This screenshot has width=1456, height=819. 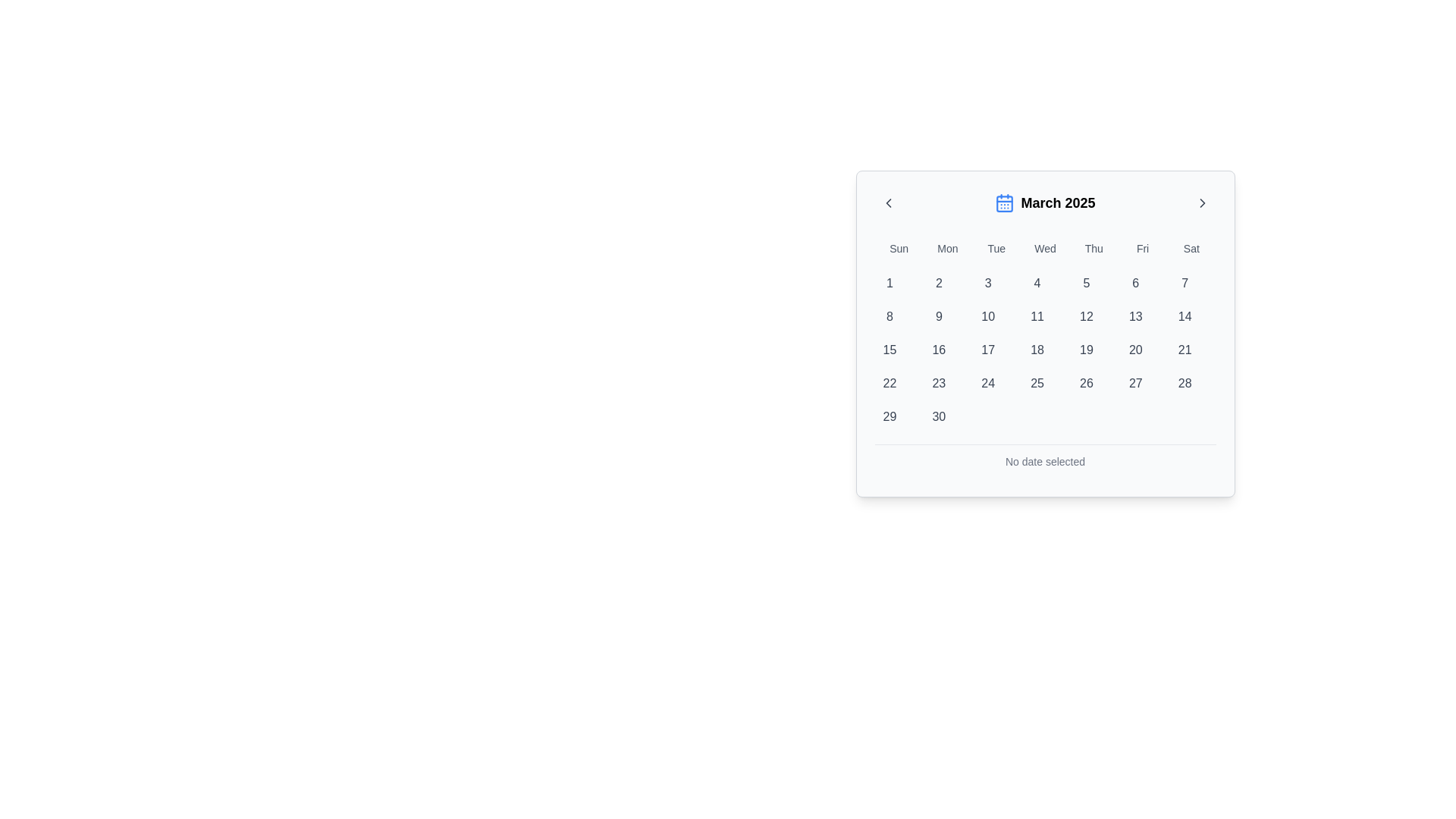 I want to click on the circular button labeled '1', so click(x=890, y=284).